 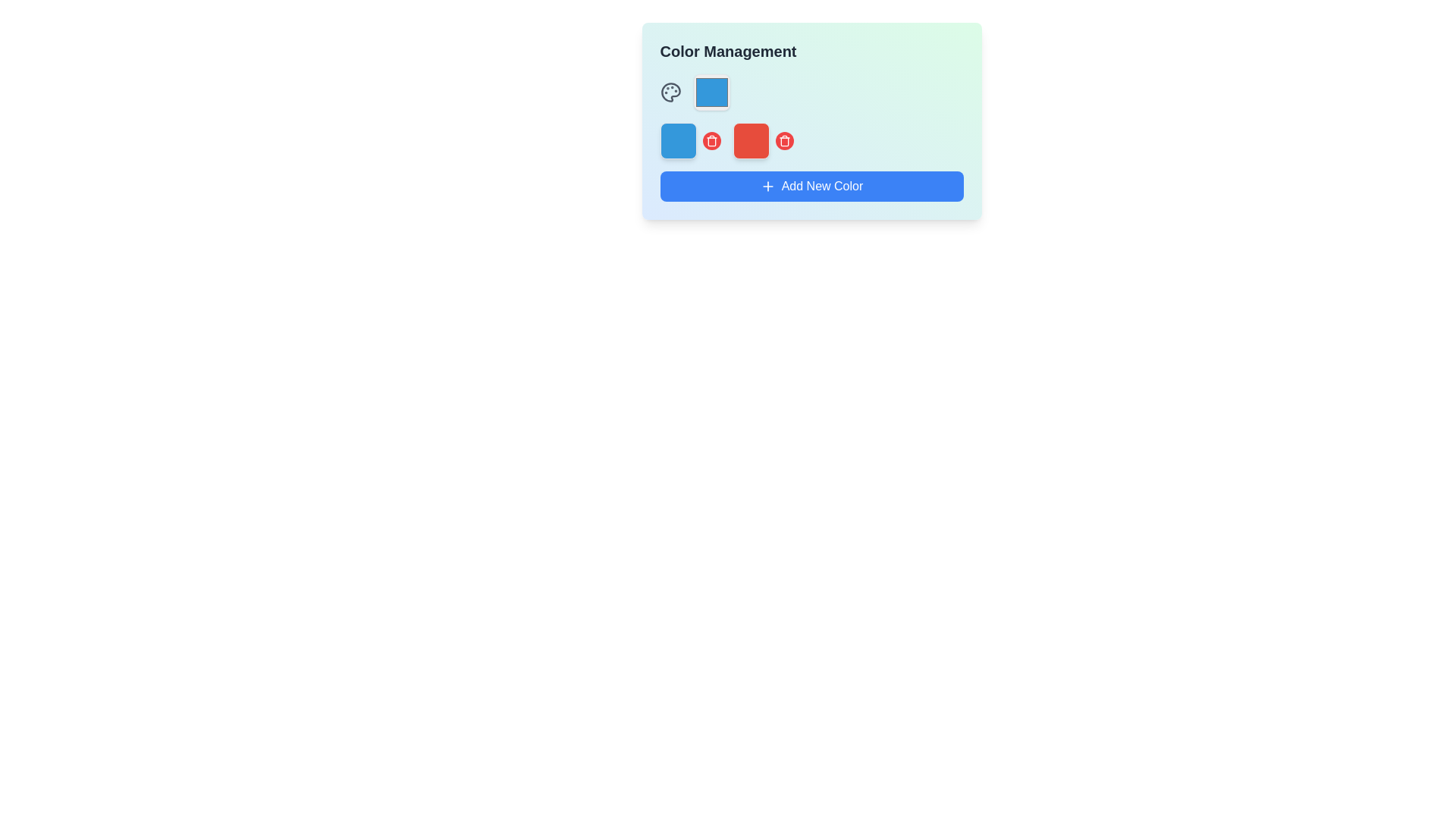 What do you see at coordinates (670, 93) in the screenshot?
I see `the decorative icon located at the far left of the 'Color Management' section in the light interface box` at bounding box center [670, 93].